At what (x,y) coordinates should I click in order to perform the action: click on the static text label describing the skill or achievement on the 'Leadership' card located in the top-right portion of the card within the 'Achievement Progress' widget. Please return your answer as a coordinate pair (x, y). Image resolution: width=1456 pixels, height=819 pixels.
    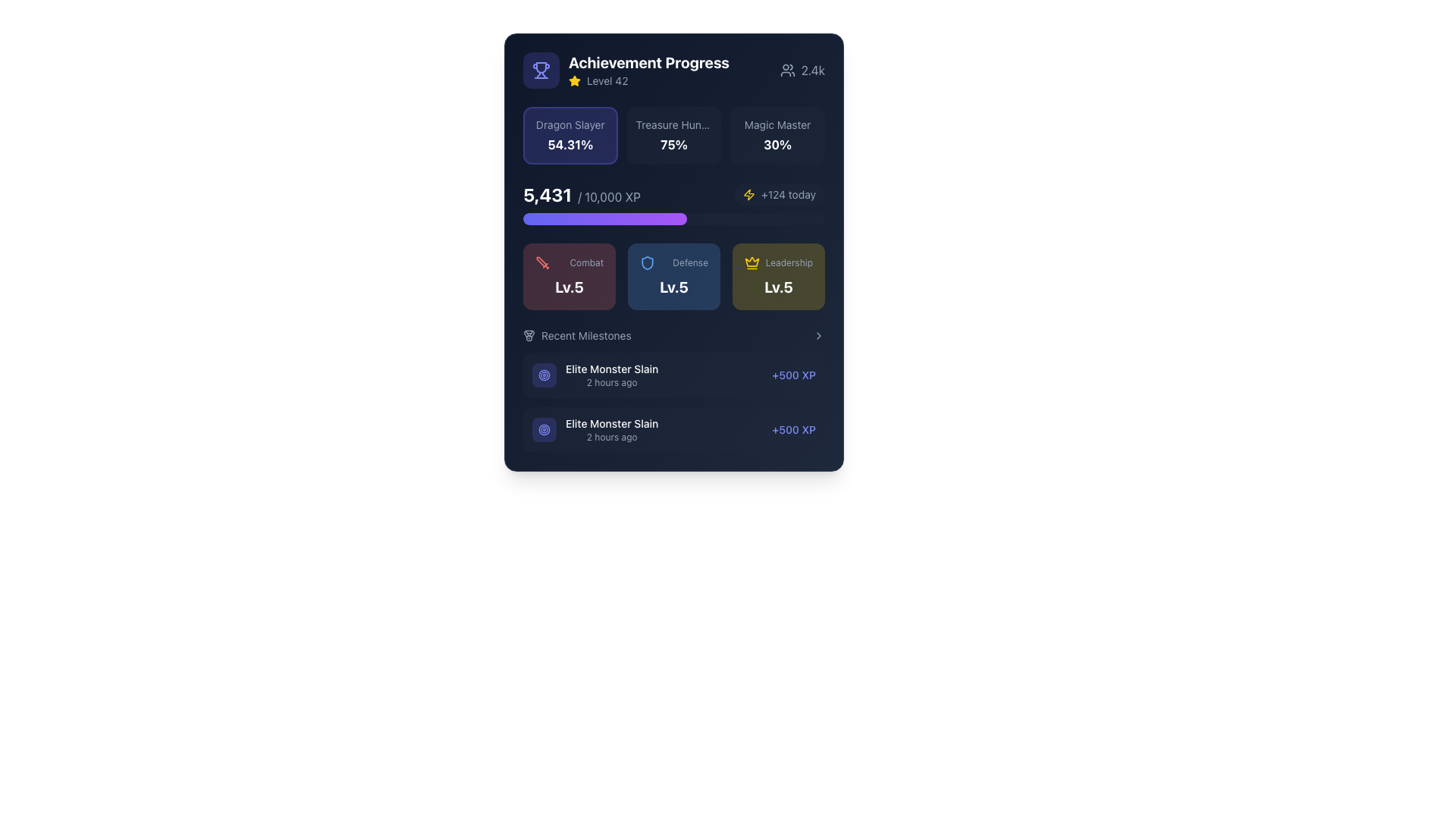
    Looking at the image, I should click on (789, 262).